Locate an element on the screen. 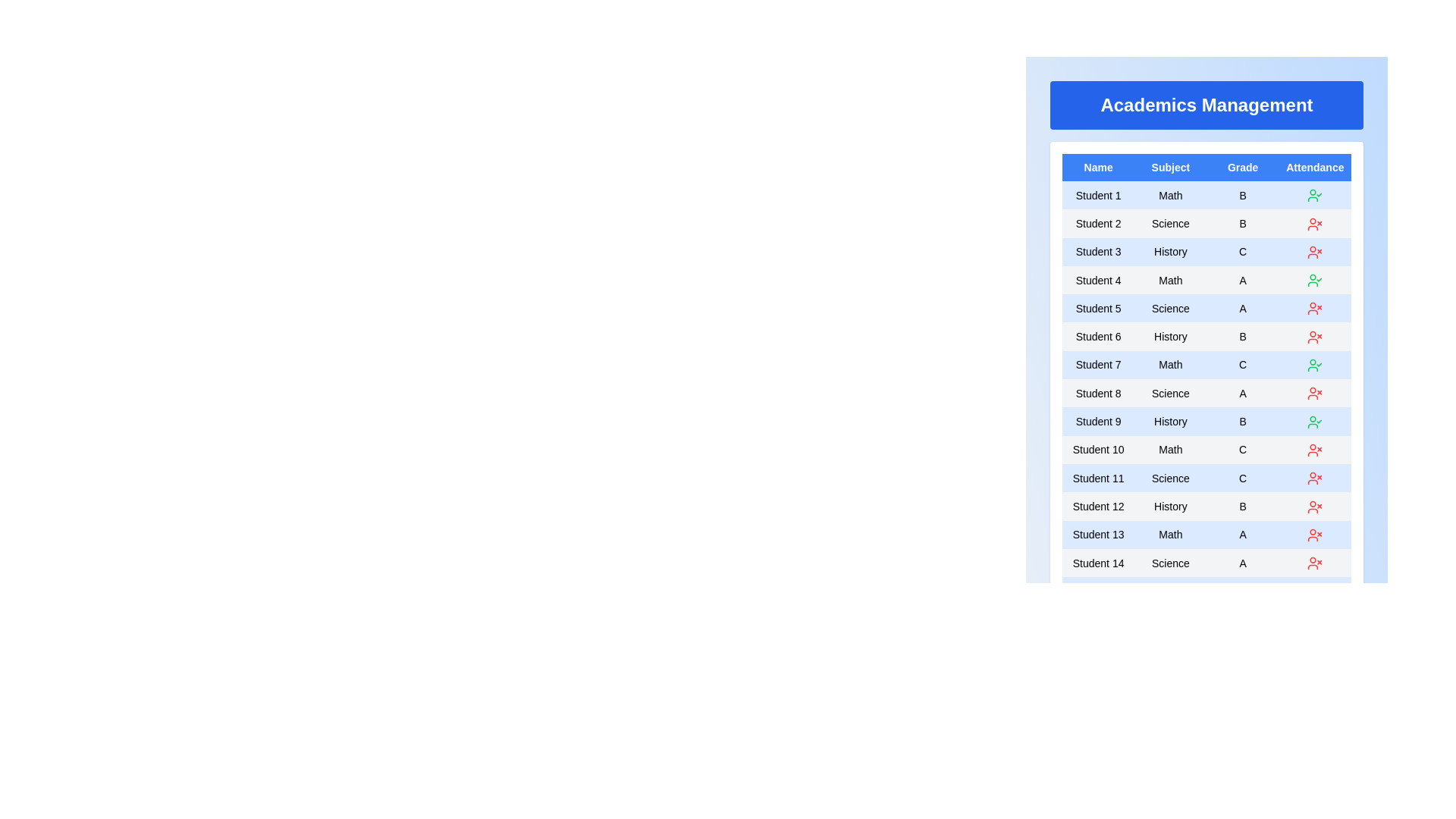 Image resolution: width=1456 pixels, height=819 pixels. the column header Subject to sort the table by that column is located at coordinates (1169, 167).